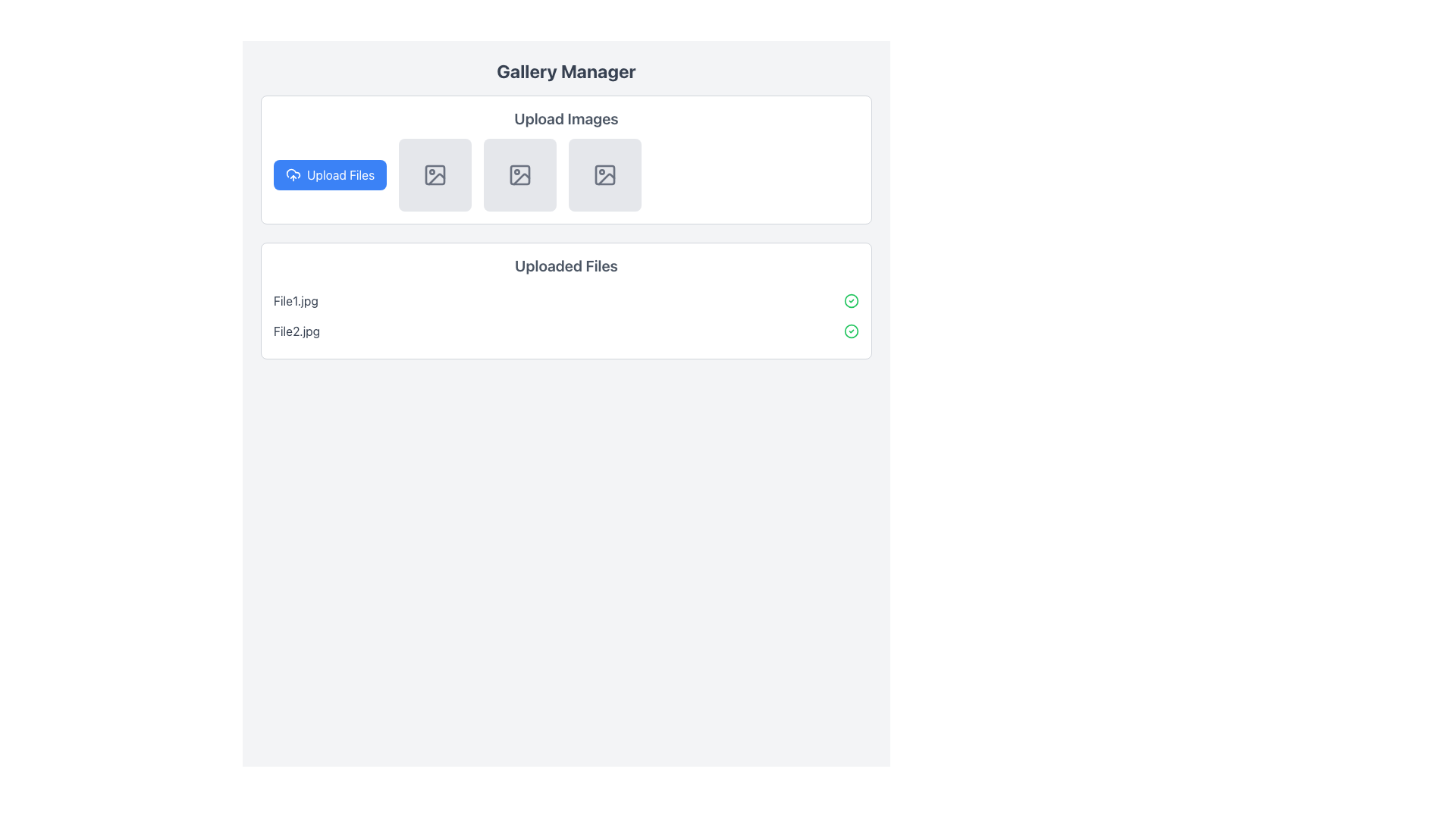 This screenshot has width=1456, height=819. Describe the element at coordinates (435, 174) in the screenshot. I see `the icon representing an image-related action located under the 'Upload Images' section` at that location.